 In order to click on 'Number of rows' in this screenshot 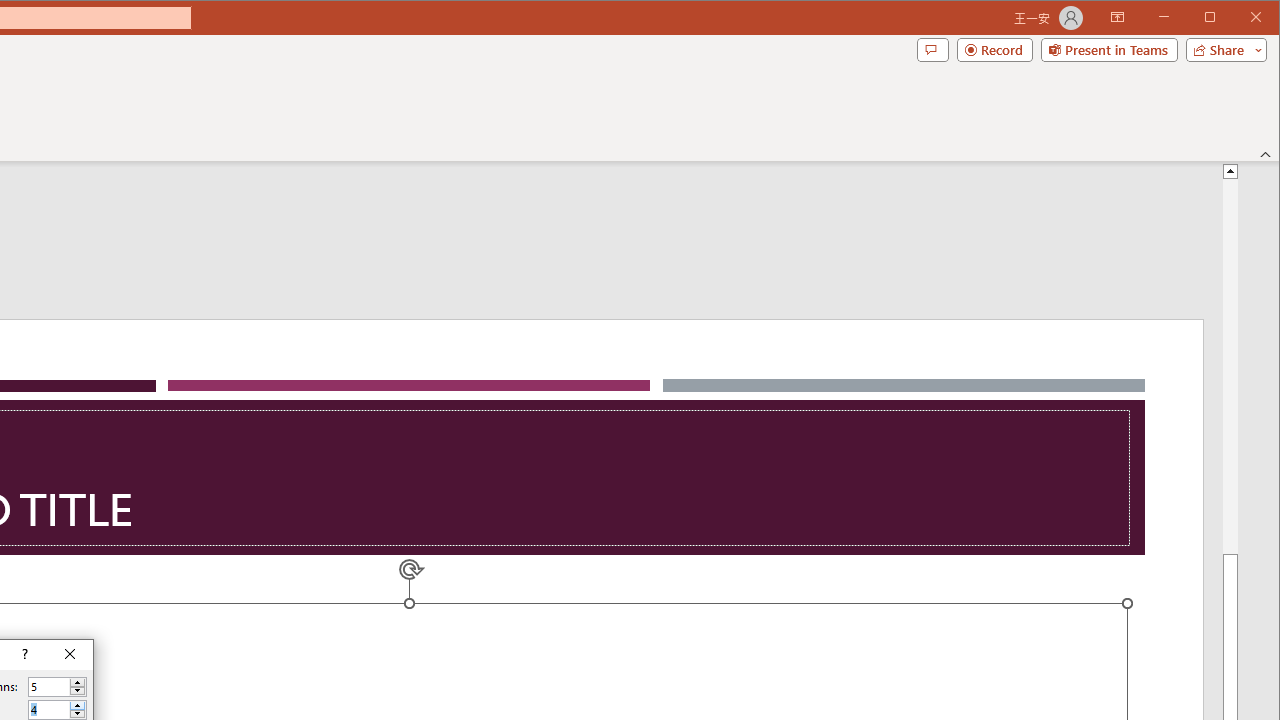, I will do `click(49, 709)`.